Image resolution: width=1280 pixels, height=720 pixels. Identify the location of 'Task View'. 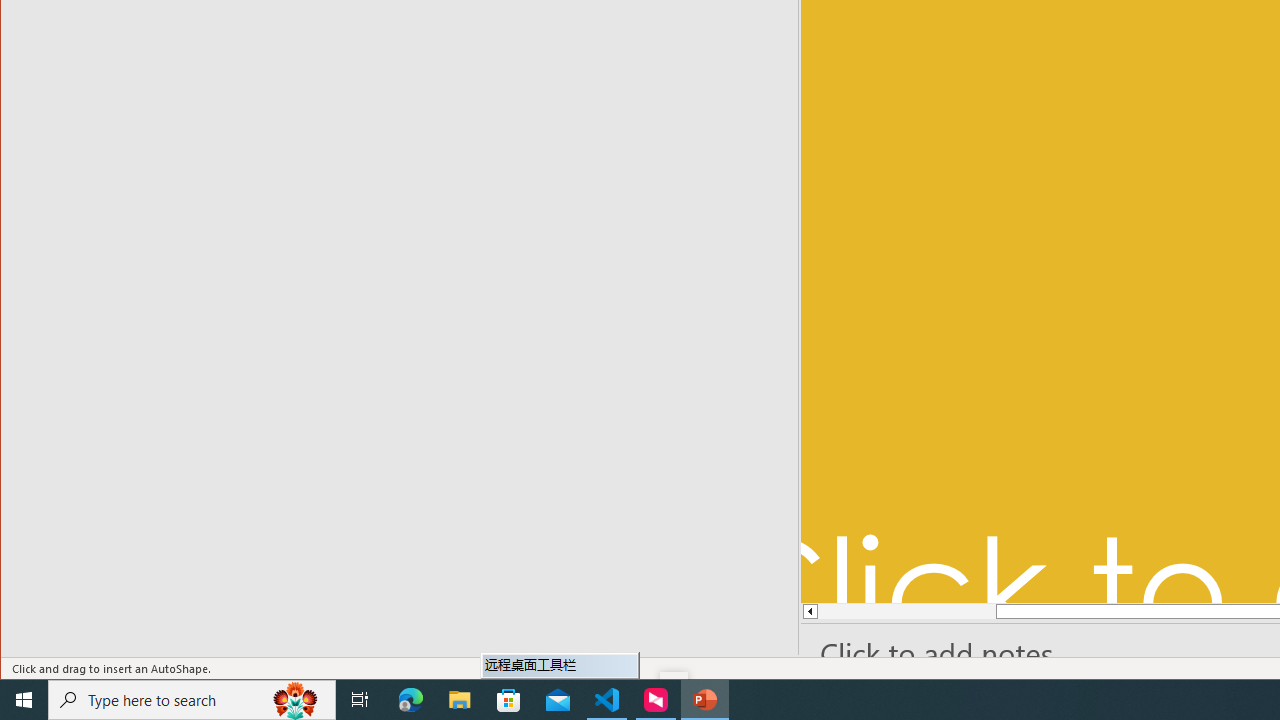
(359, 698).